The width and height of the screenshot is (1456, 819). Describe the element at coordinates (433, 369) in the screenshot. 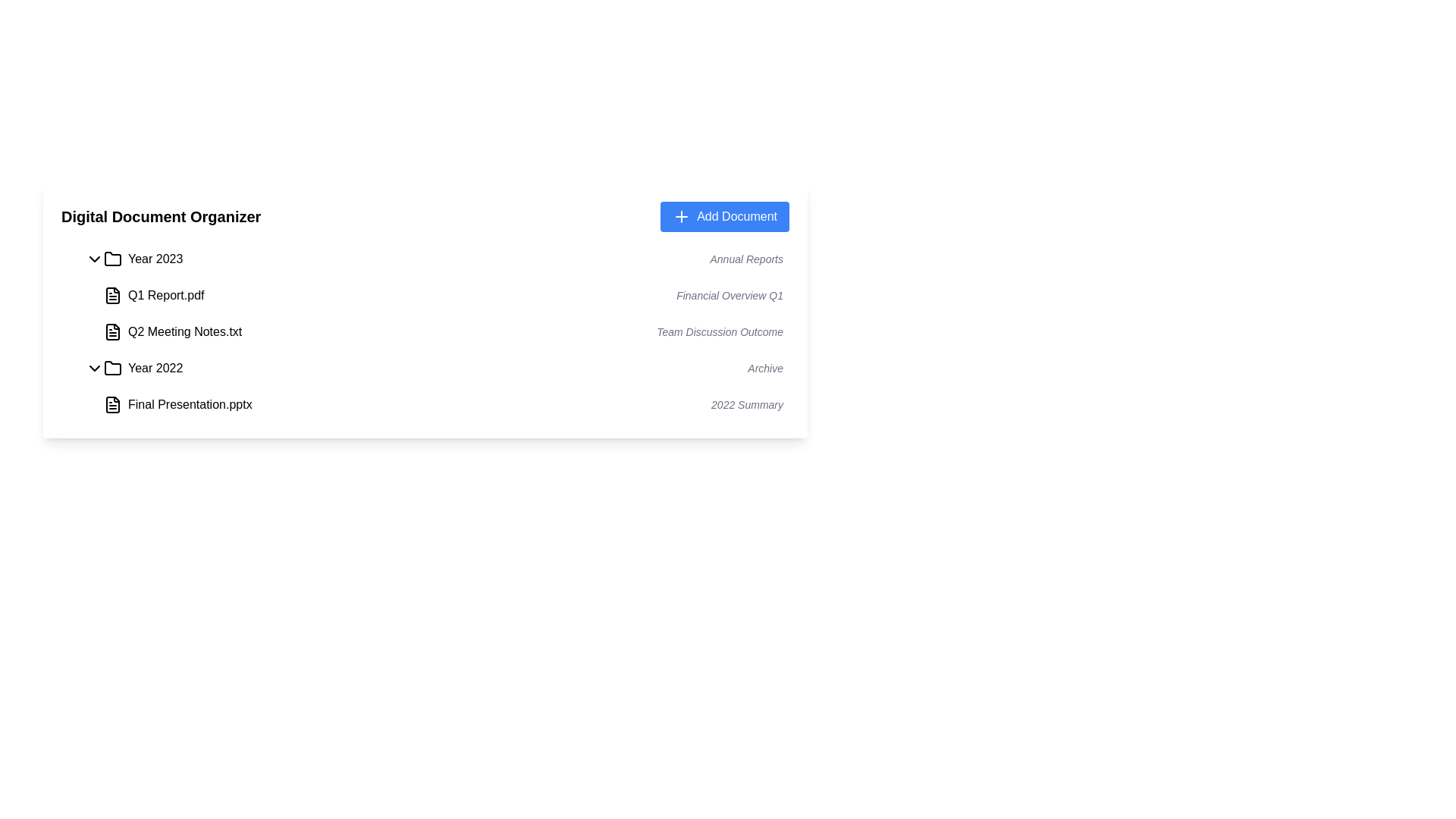

I see `the Toggleable category row for 'Year 2022'` at that location.